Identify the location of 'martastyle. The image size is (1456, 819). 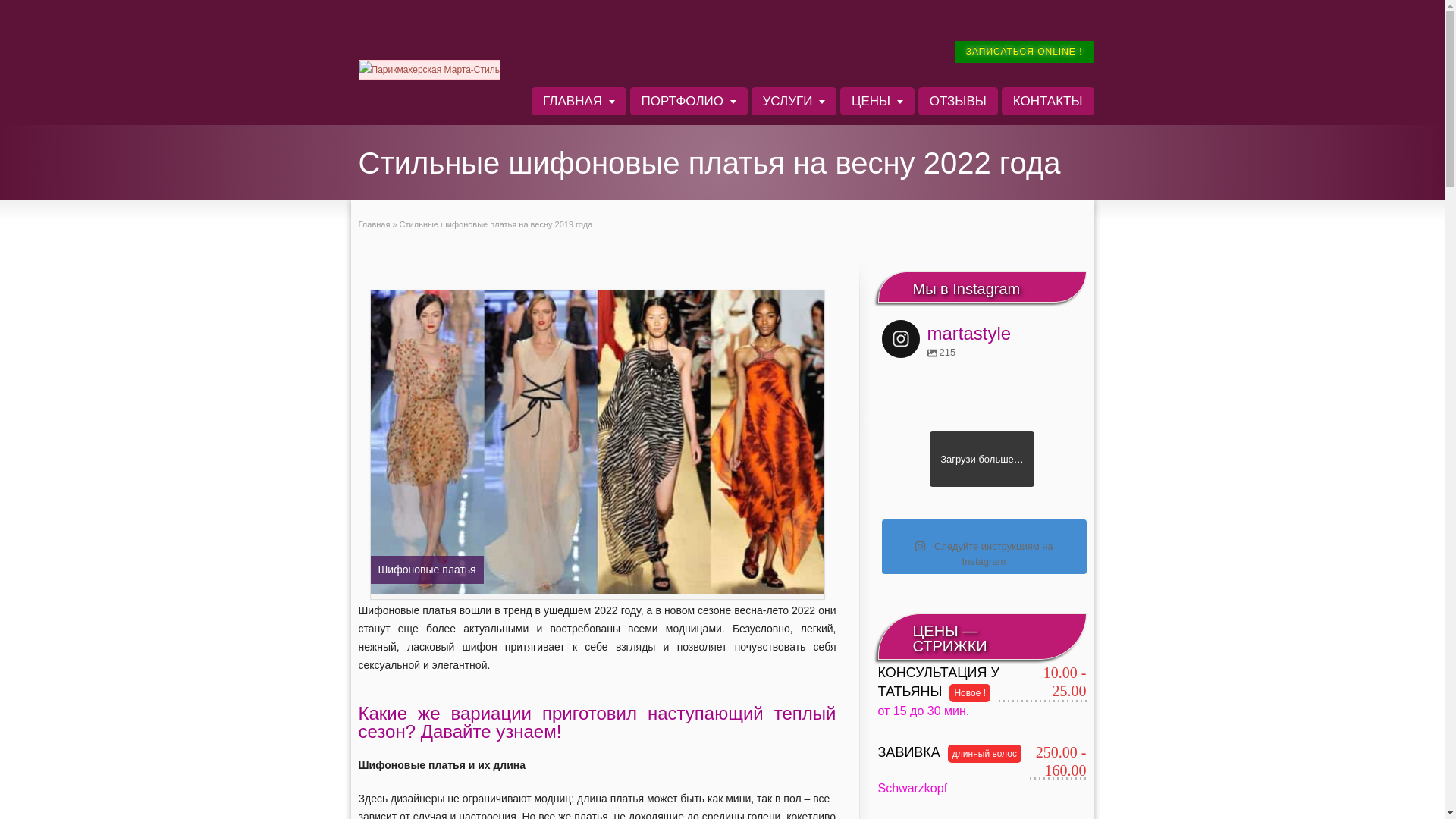
(945, 334).